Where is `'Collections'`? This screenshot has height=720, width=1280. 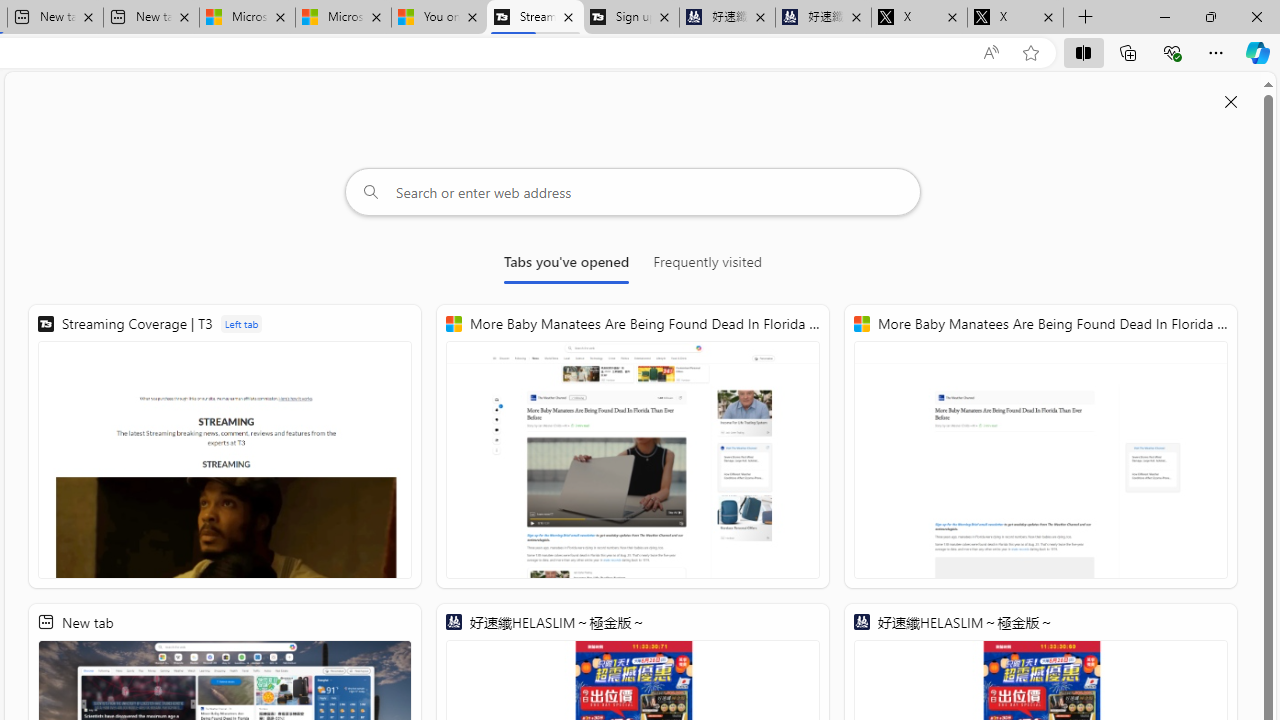
'Collections' is located at coordinates (1128, 51).